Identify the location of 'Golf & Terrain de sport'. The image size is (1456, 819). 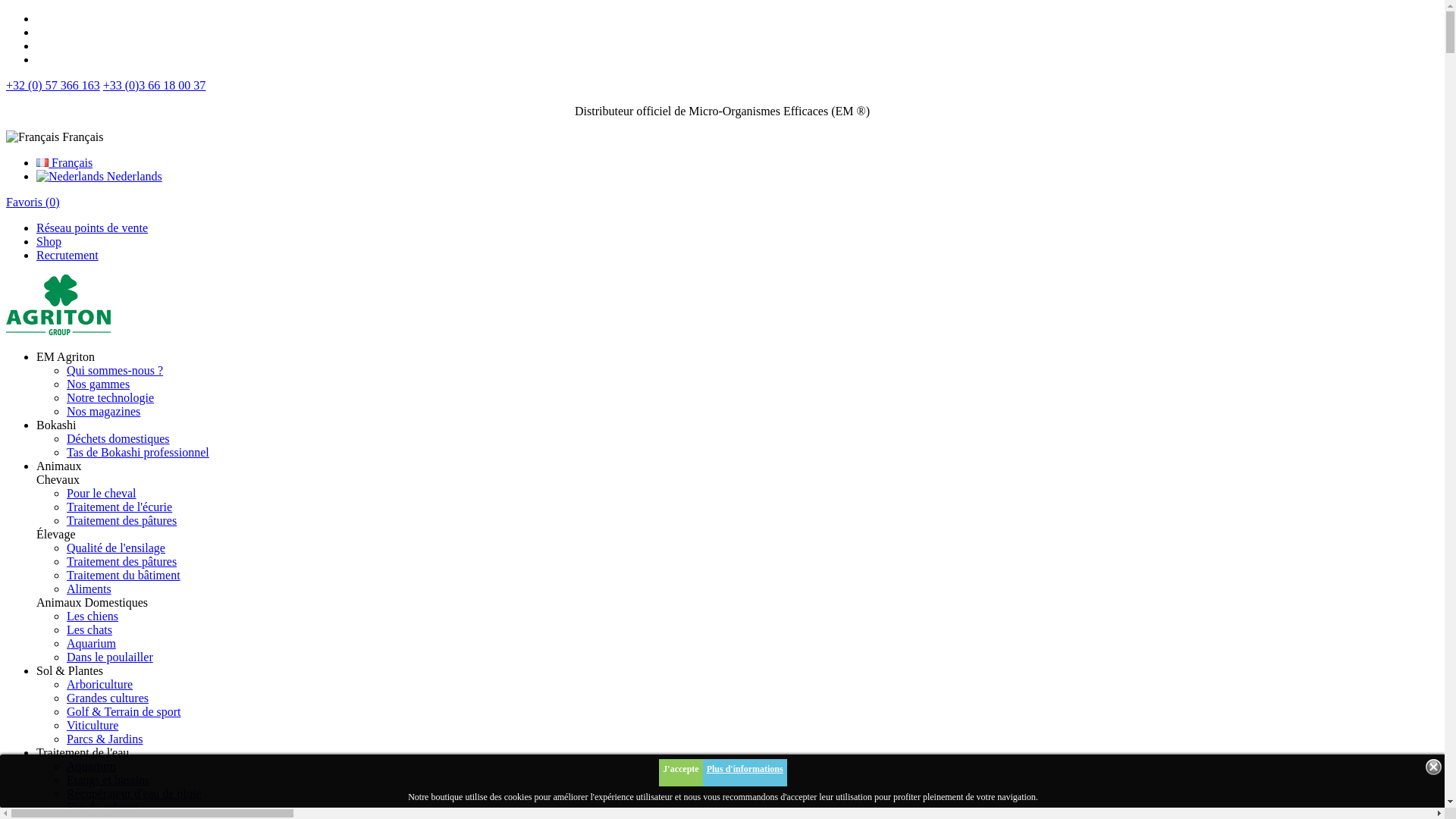
(124, 711).